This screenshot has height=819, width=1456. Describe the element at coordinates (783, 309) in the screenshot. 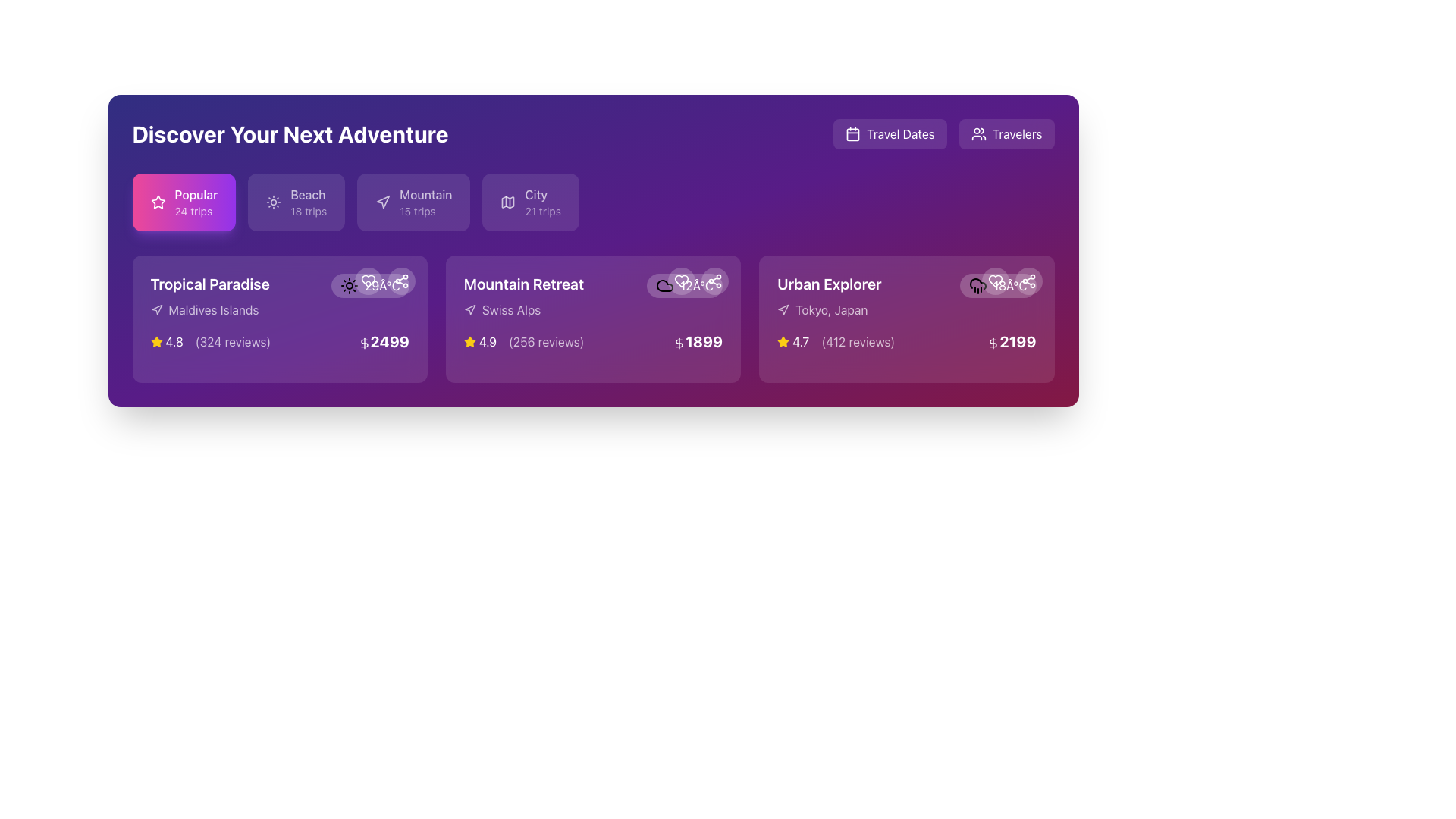

I see `the navigation arrow icon located at the top-right corner of the 'Mountain Retreat' package card` at that location.